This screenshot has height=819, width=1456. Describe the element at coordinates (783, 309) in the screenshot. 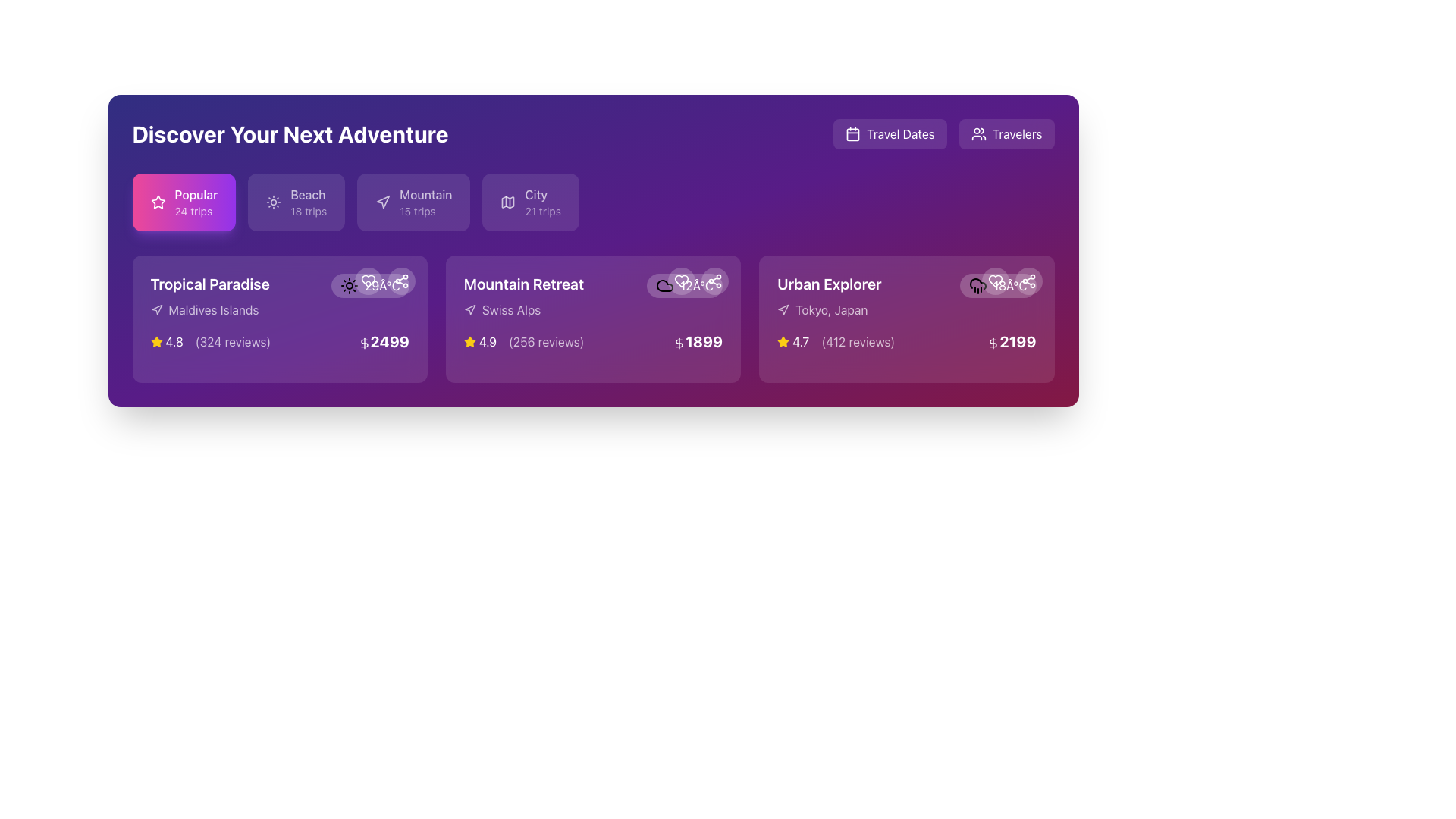

I see `the navigation arrow icon located at the top-right corner of the 'Mountain Retreat' package card` at that location.